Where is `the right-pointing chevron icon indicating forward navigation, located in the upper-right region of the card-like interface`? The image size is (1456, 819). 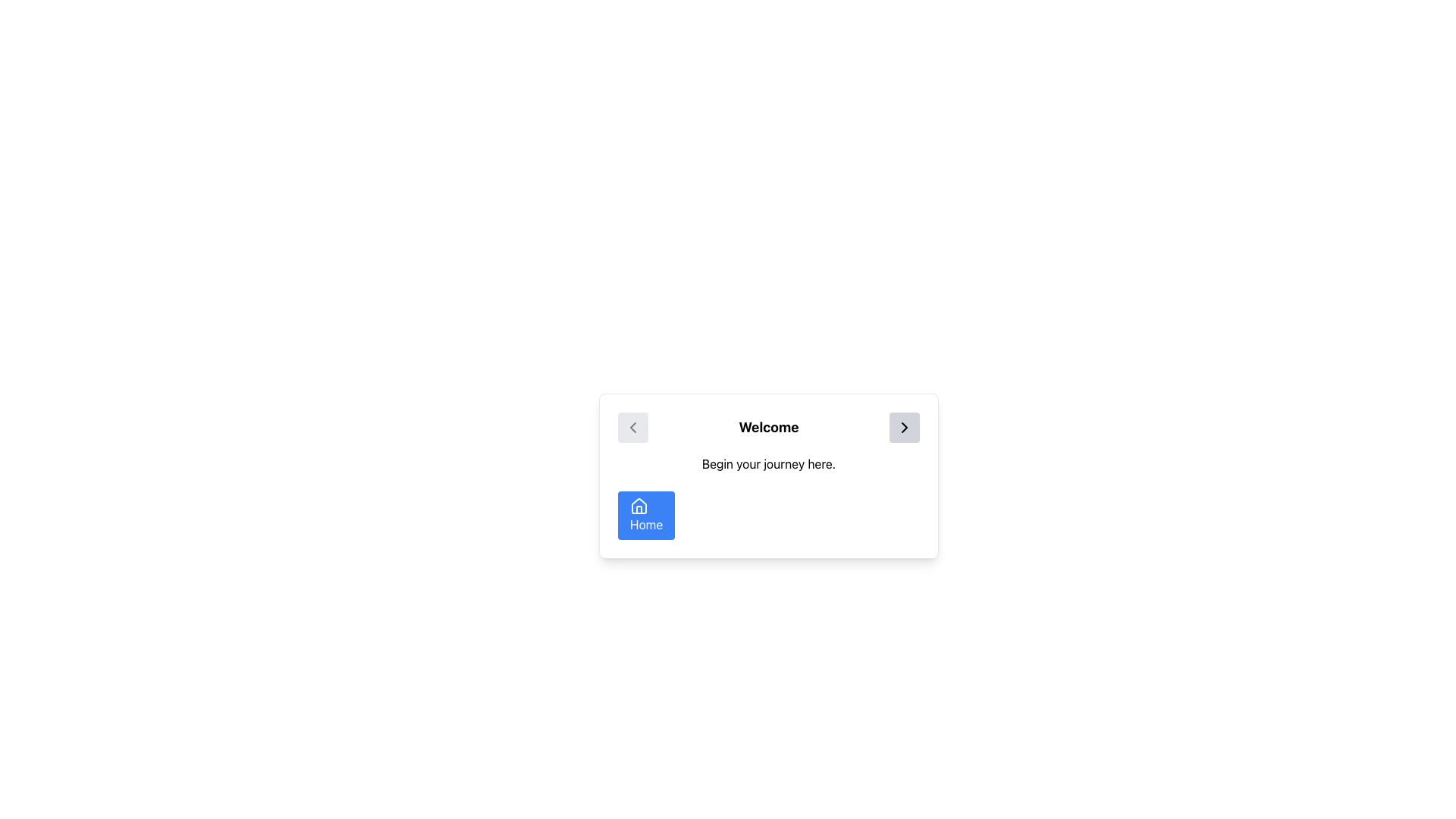
the right-pointing chevron icon indicating forward navigation, located in the upper-right region of the card-like interface is located at coordinates (904, 427).